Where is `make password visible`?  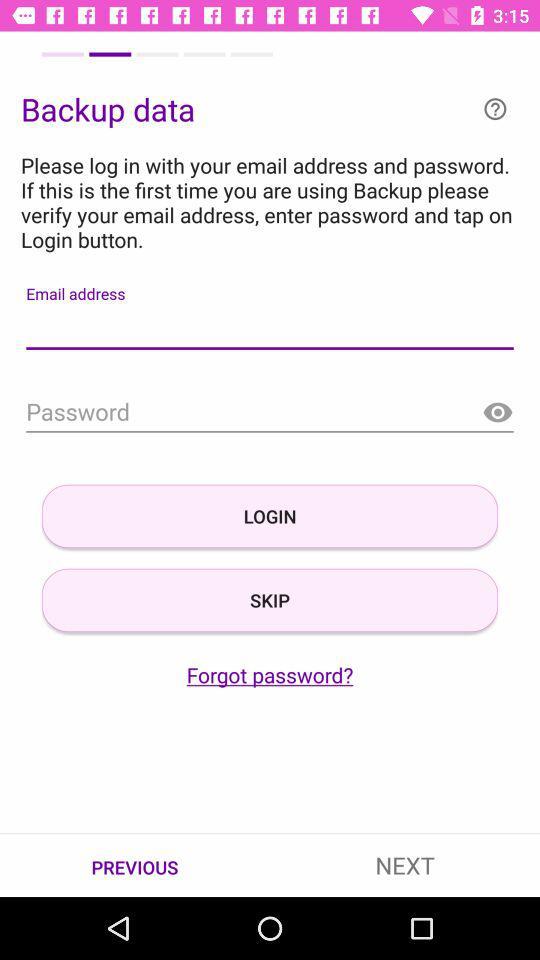
make password visible is located at coordinates (496, 412).